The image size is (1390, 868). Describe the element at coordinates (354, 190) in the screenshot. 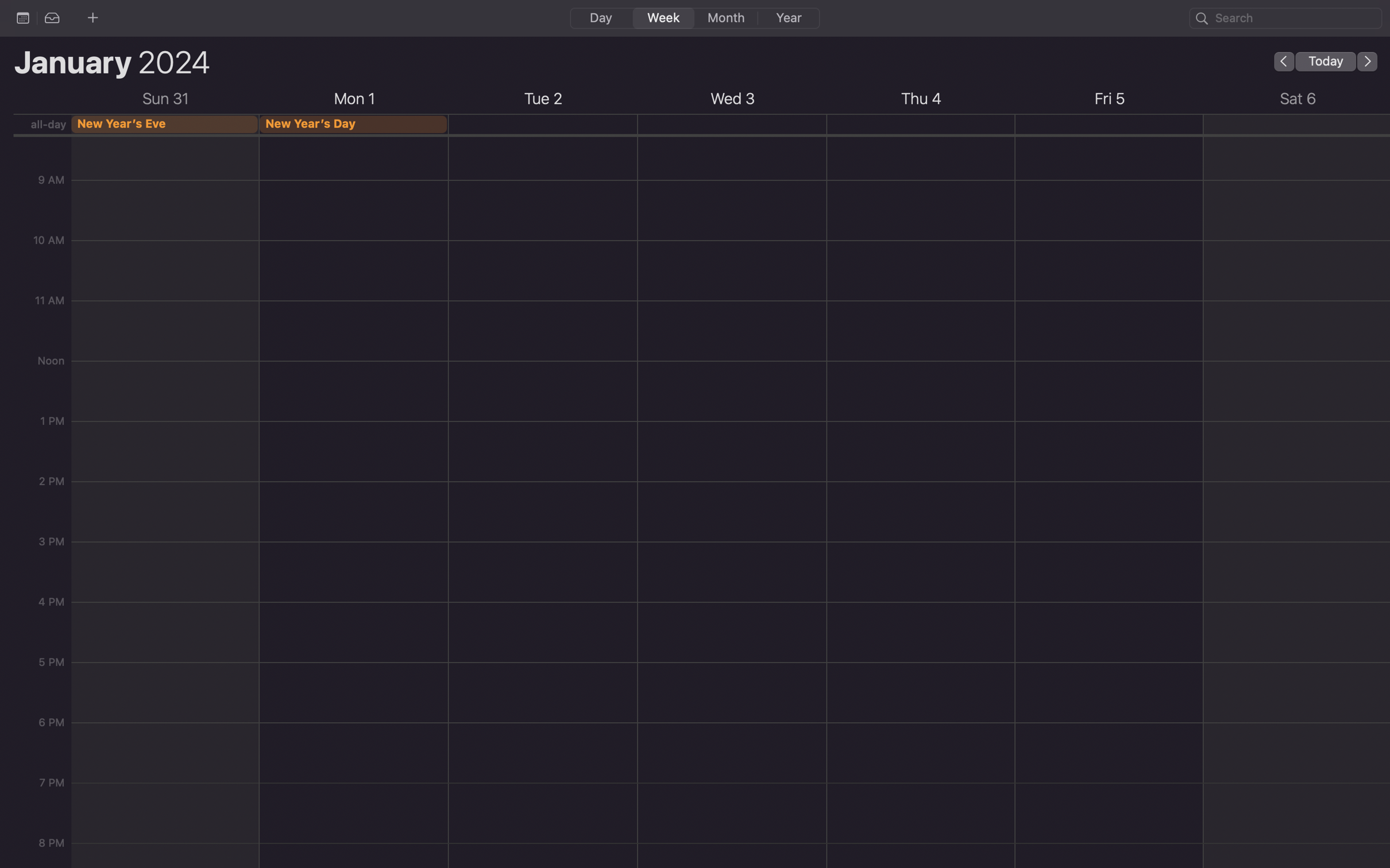

I see `an appointment for Monday at 10 in the morning` at that location.